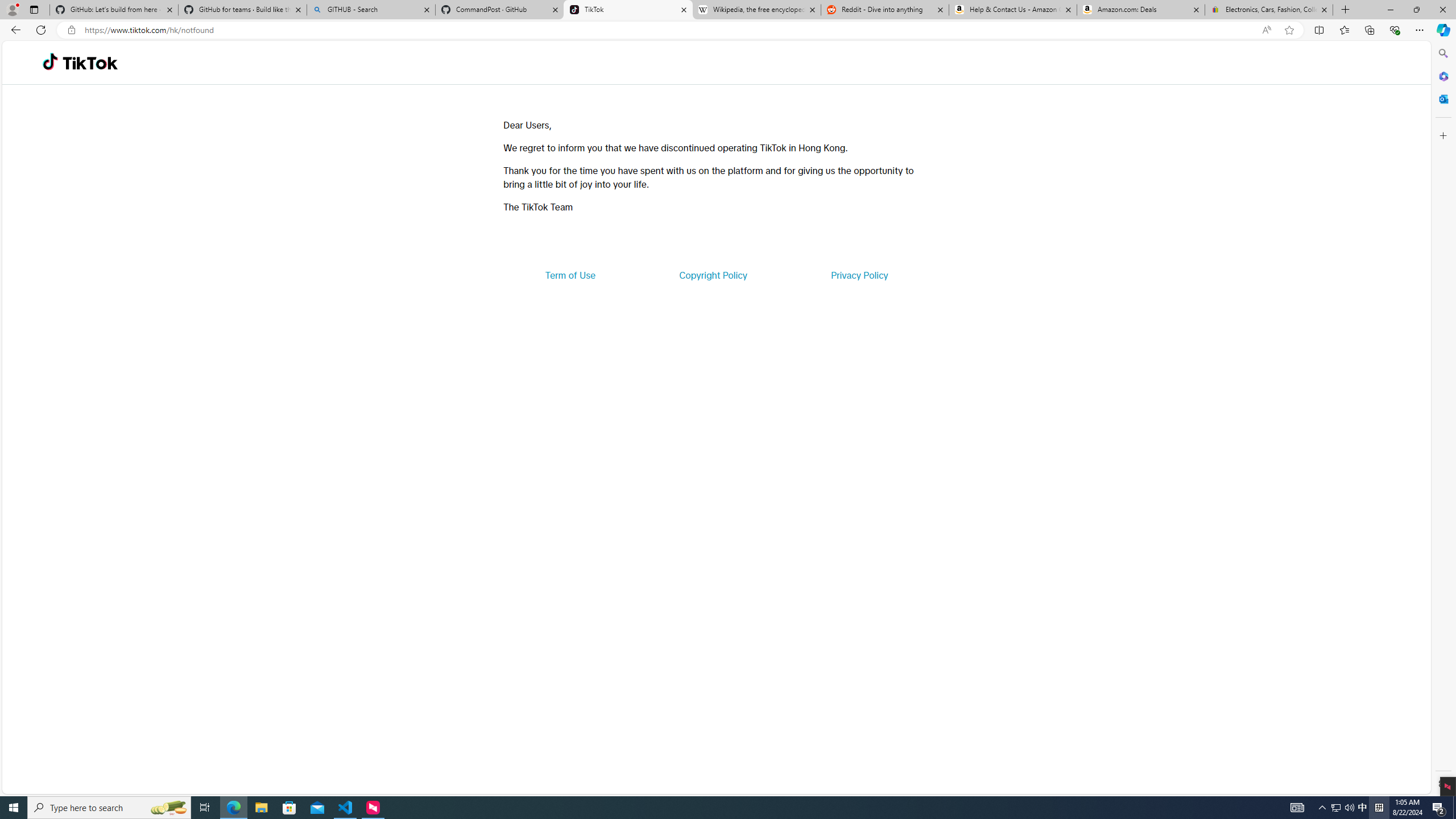 The width and height of the screenshot is (1456, 819). I want to click on 'Privacy Policy', so click(858, 274).